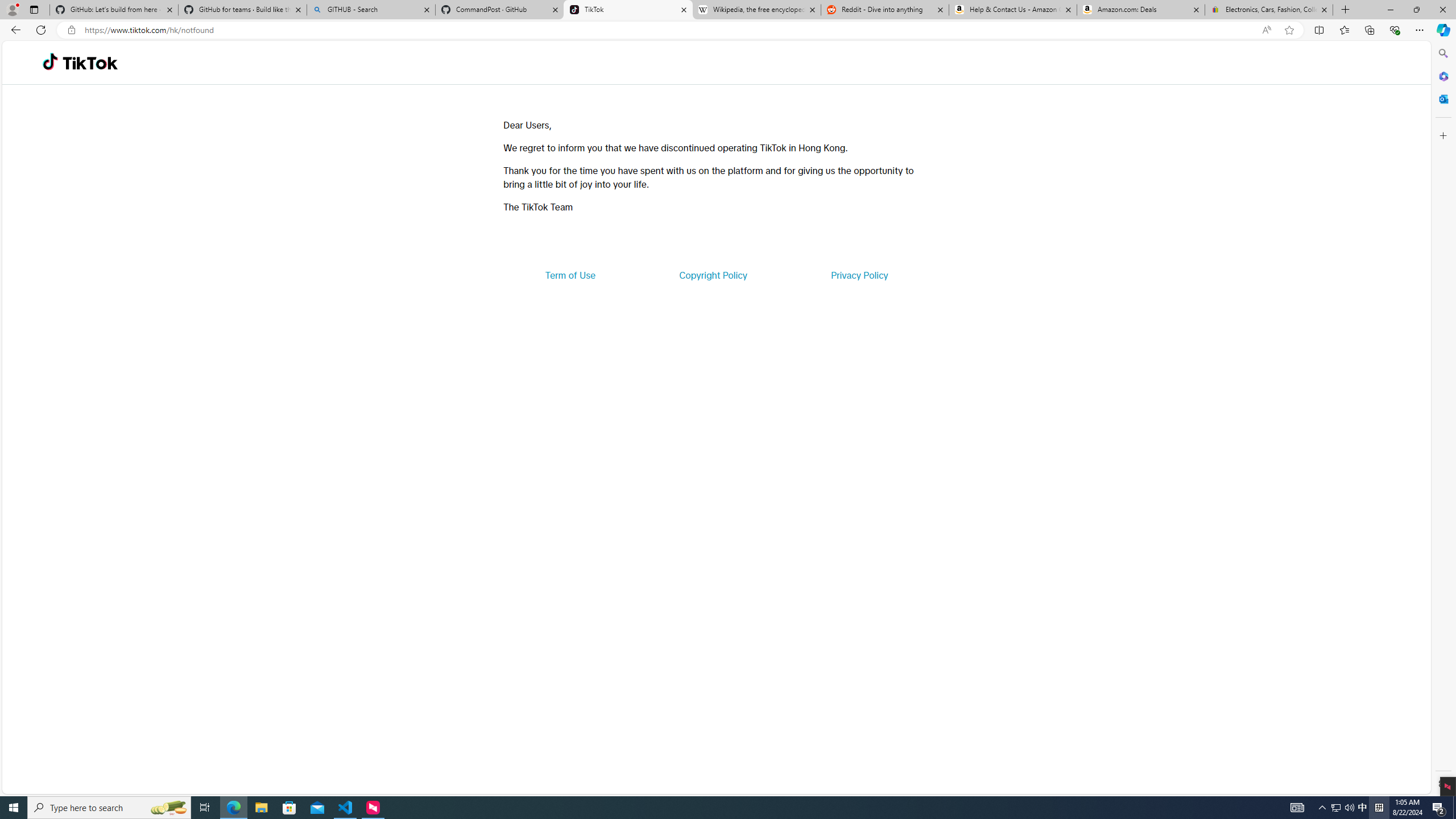 The width and height of the screenshot is (1456, 819). I want to click on 'Privacy Policy', so click(858, 274).